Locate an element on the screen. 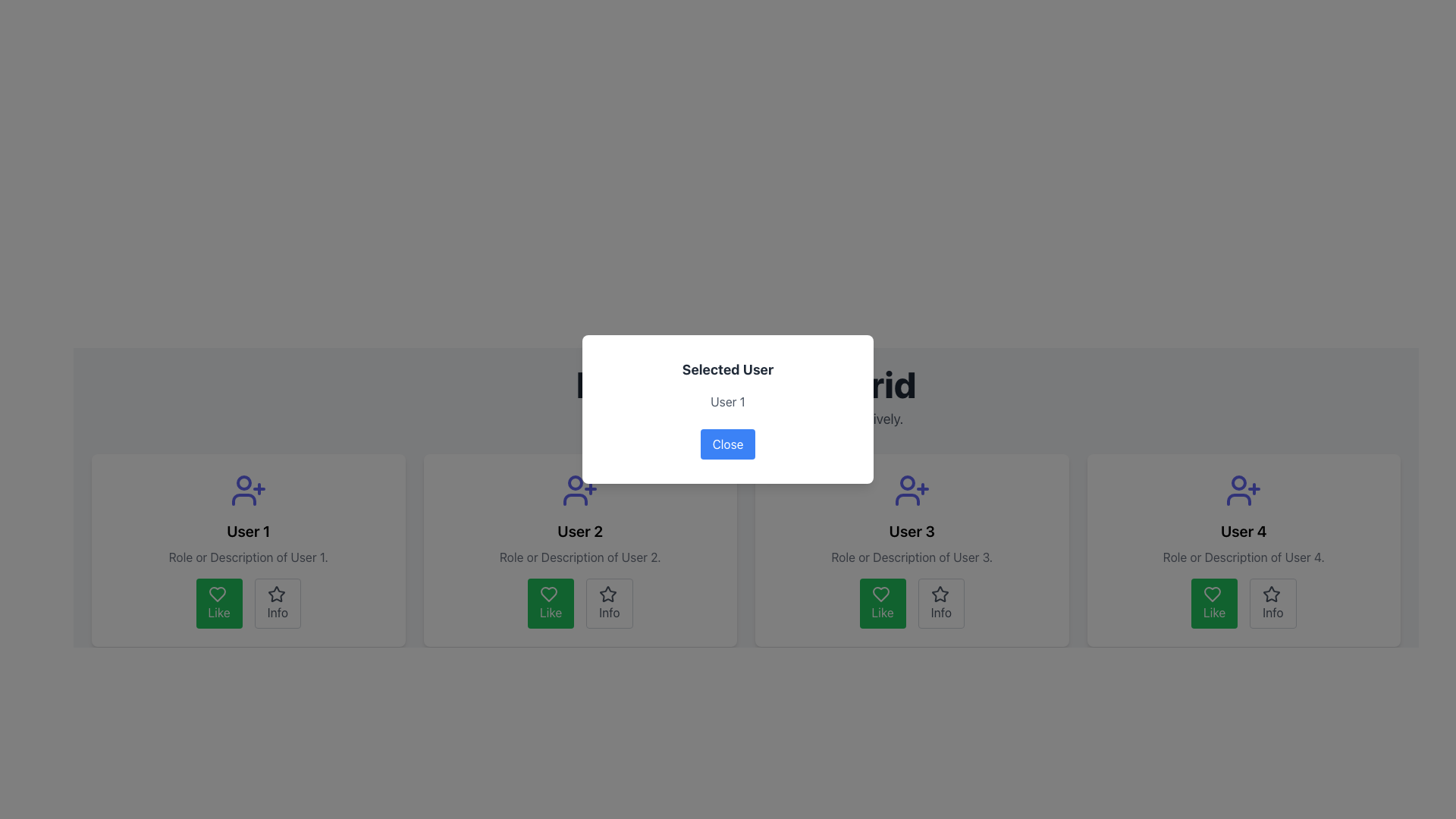 Image resolution: width=1456 pixels, height=819 pixels. the green 'Like' button with a heart icon located at the bottom of the card presenting information about 'User 4' is located at coordinates (1244, 550).